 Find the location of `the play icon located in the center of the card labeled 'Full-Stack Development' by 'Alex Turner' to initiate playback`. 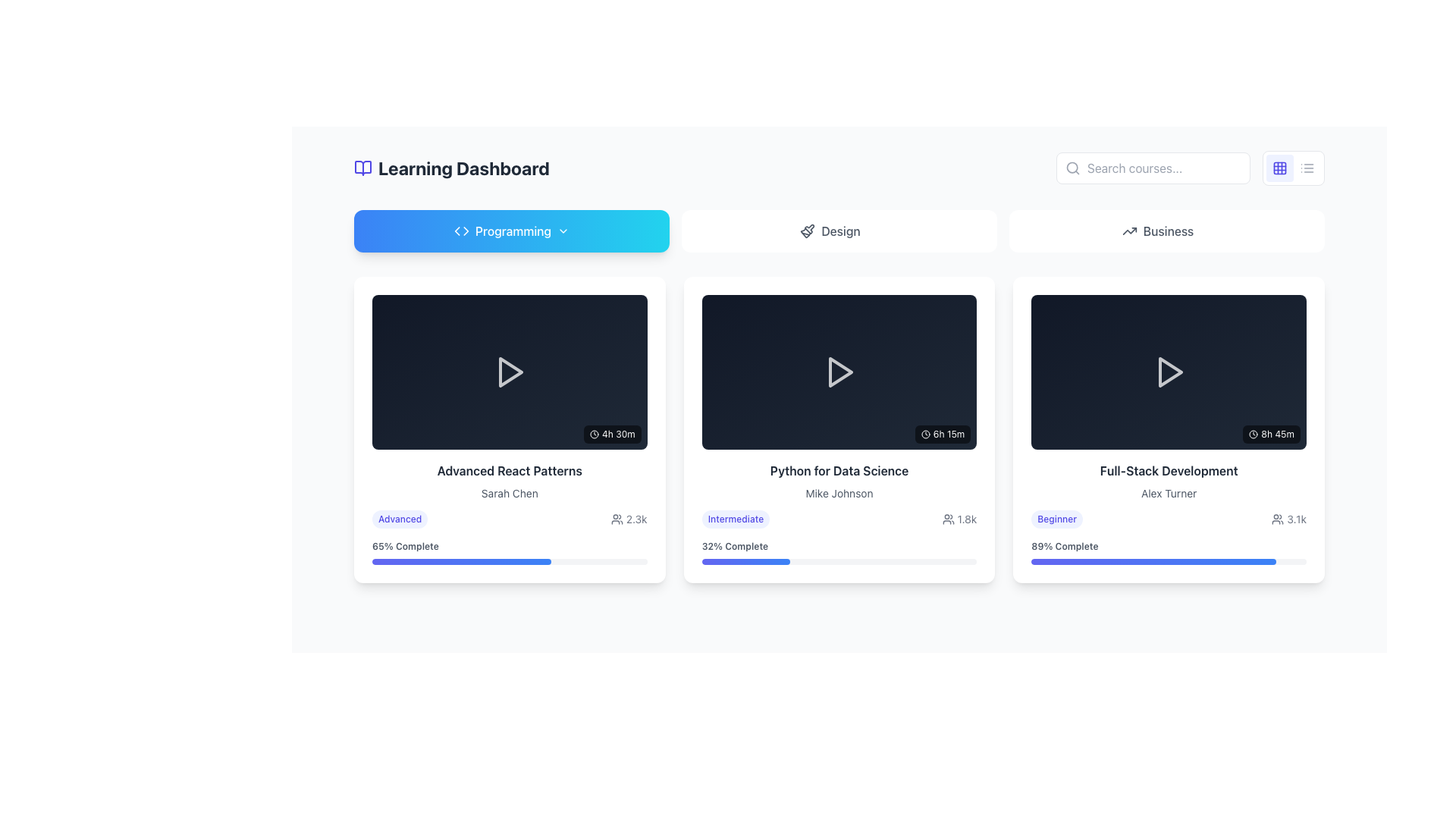

the play icon located in the center of the card labeled 'Full-Stack Development' by 'Alex Turner' to initiate playback is located at coordinates (1168, 372).